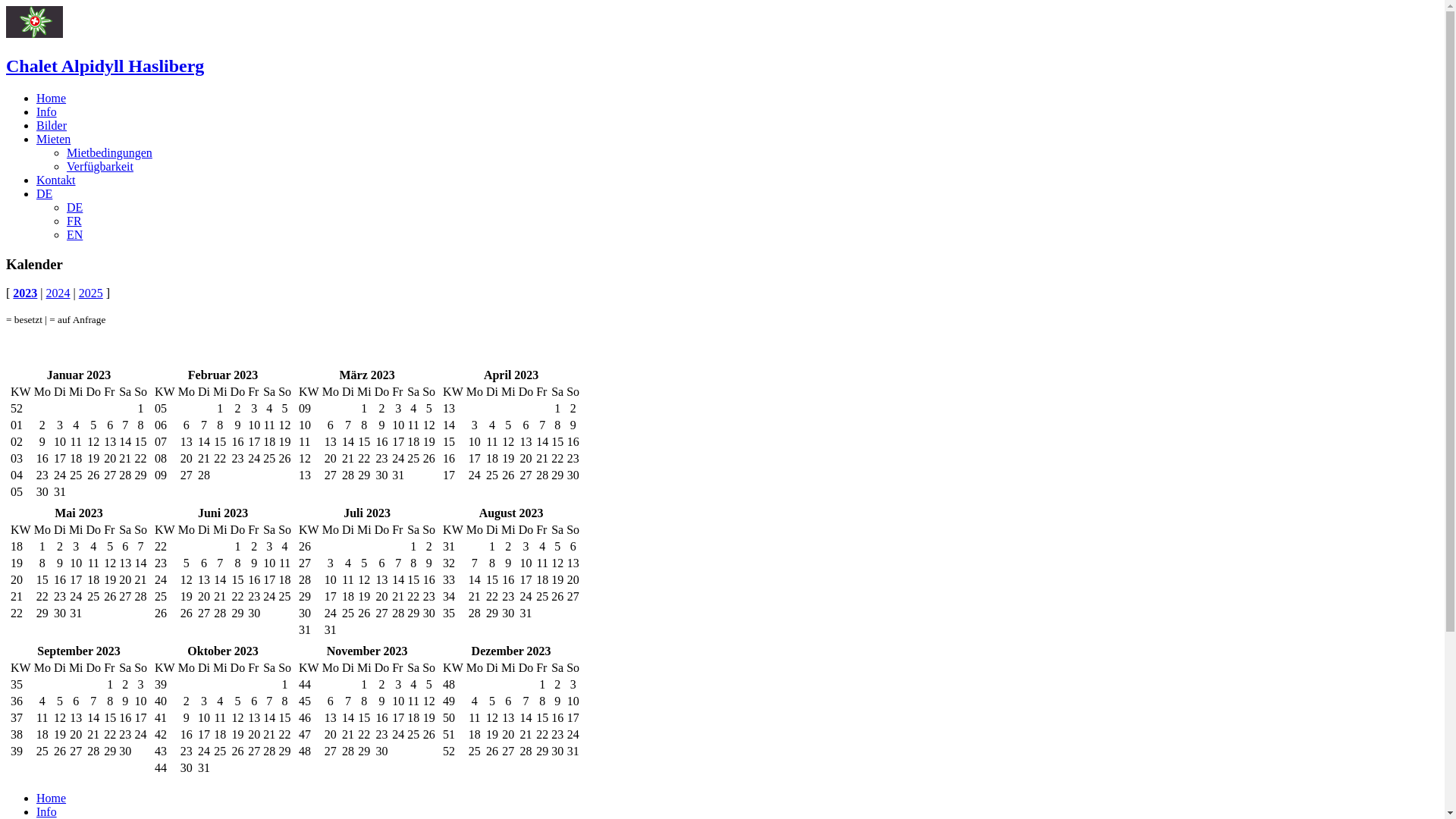  Describe the element at coordinates (36, 111) in the screenshot. I see `'Info'` at that location.